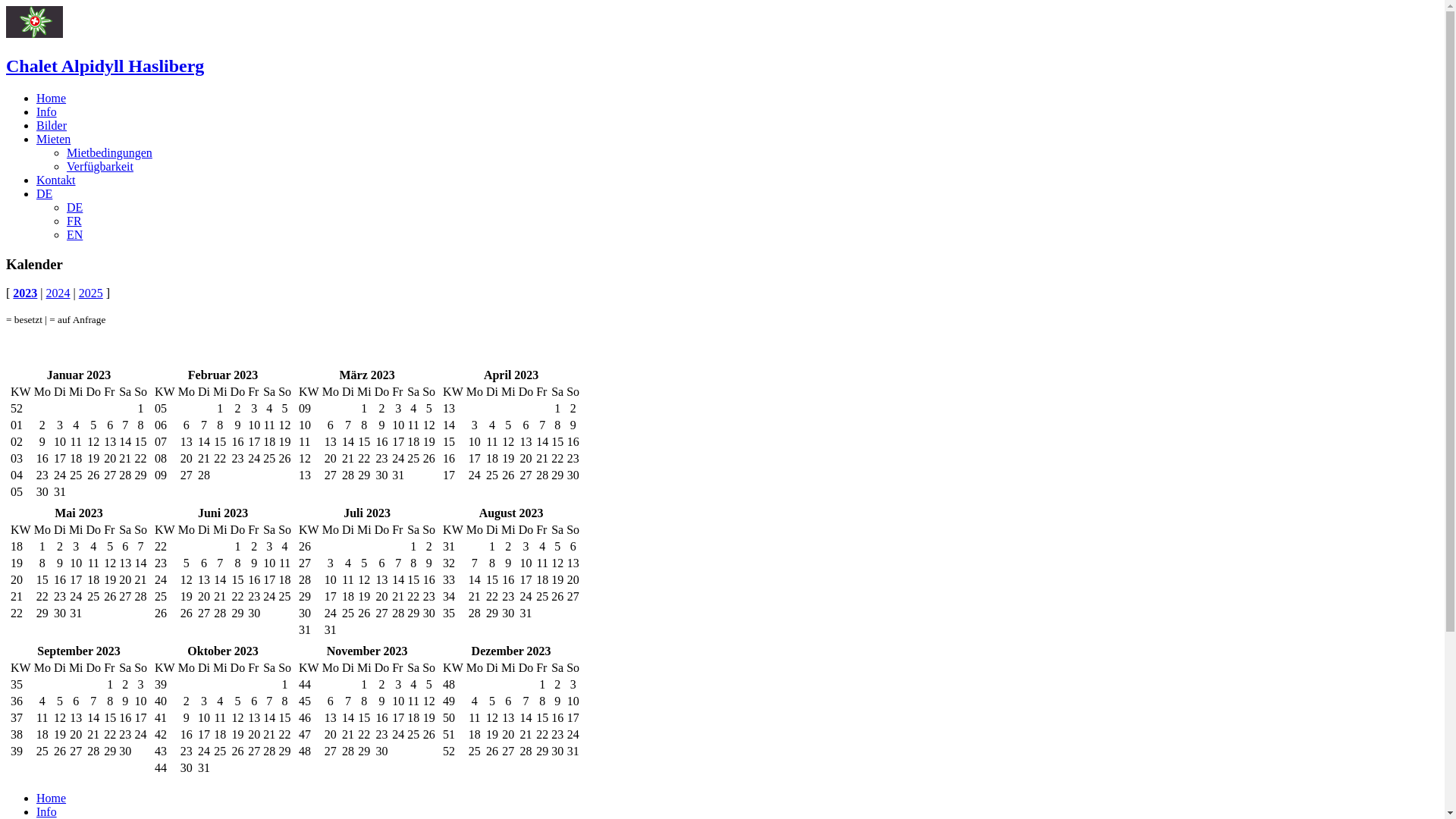  Describe the element at coordinates (36, 111) in the screenshot. I see `'Info'` at that location.